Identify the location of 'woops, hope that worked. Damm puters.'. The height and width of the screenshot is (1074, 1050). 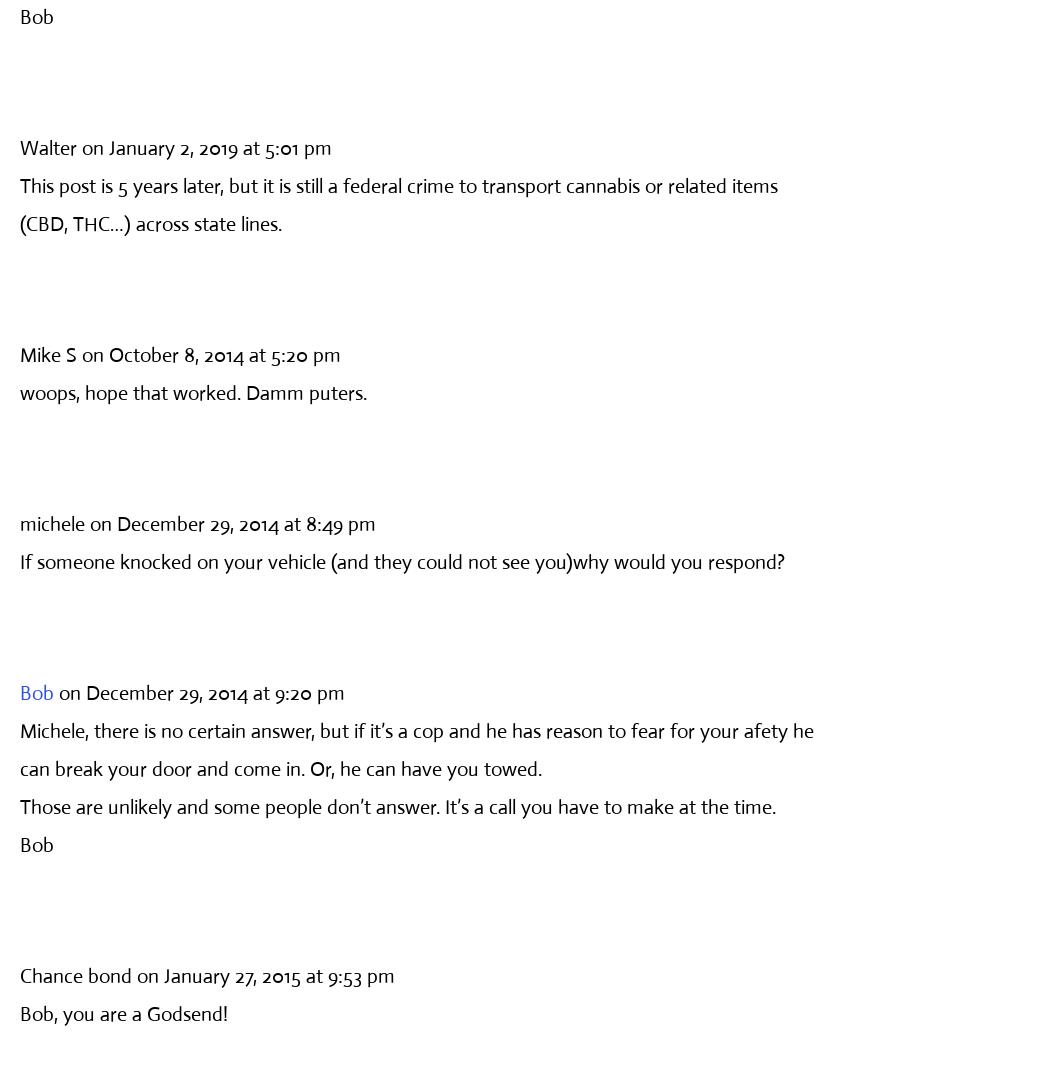
(192, 392).